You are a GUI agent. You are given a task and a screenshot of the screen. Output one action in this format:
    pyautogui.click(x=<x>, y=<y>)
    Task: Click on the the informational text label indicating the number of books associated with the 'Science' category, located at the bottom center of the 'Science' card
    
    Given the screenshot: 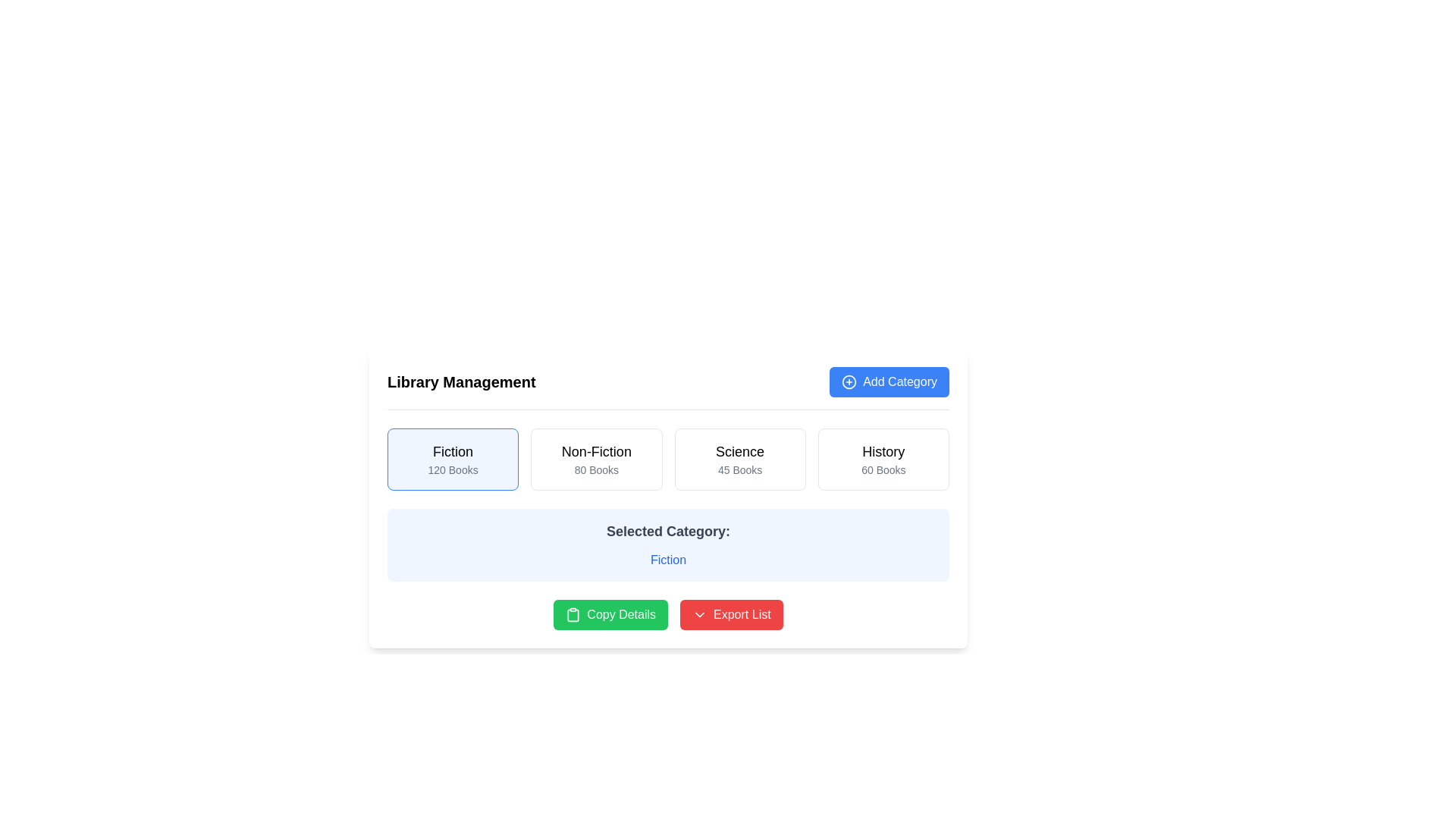 What is the action you would take?
    pyautogui.click(x=740, y=469)
    